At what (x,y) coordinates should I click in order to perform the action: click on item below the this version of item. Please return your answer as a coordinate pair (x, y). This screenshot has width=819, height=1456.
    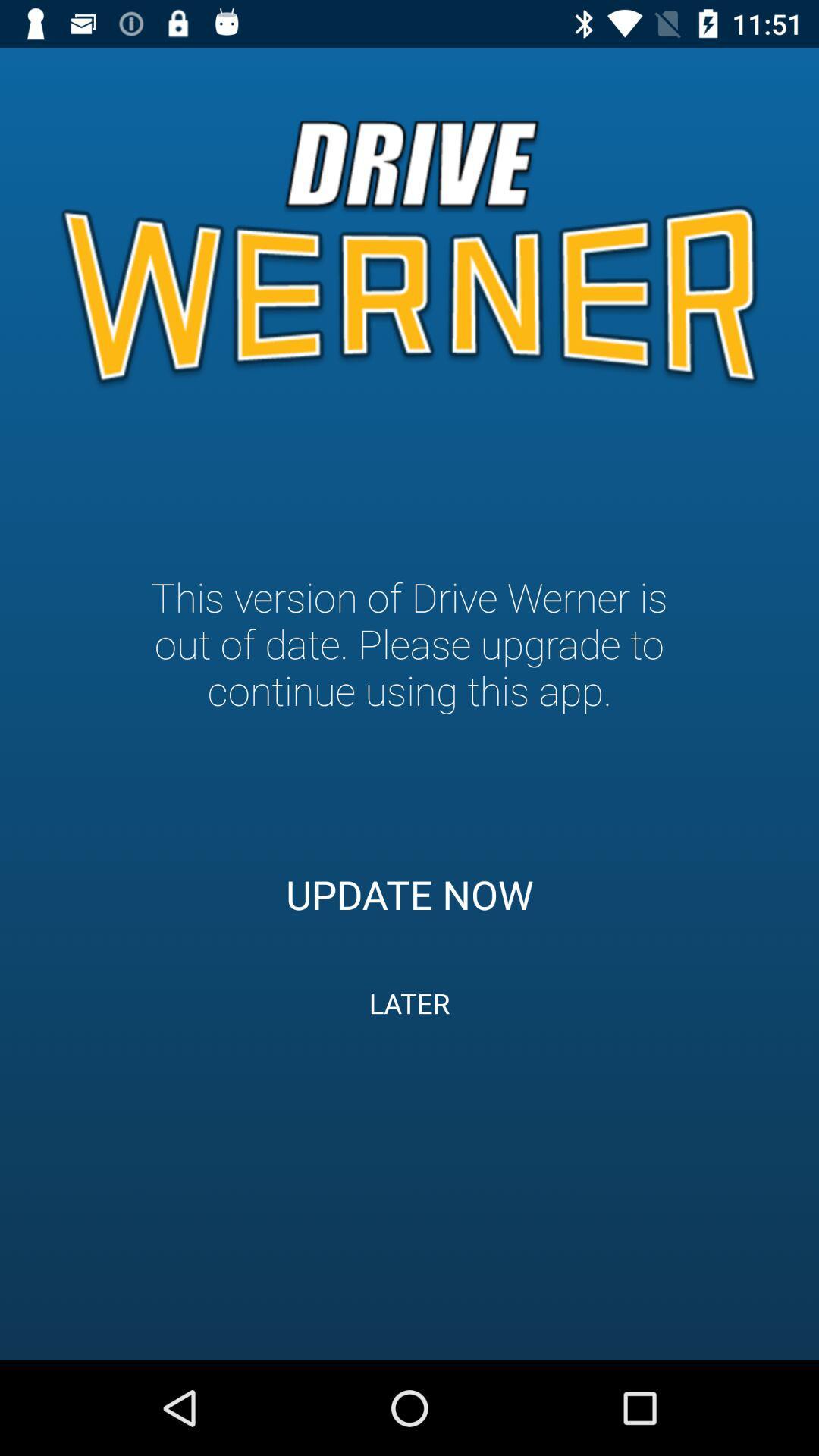
    Looking at the image, I should click on (409, 894).